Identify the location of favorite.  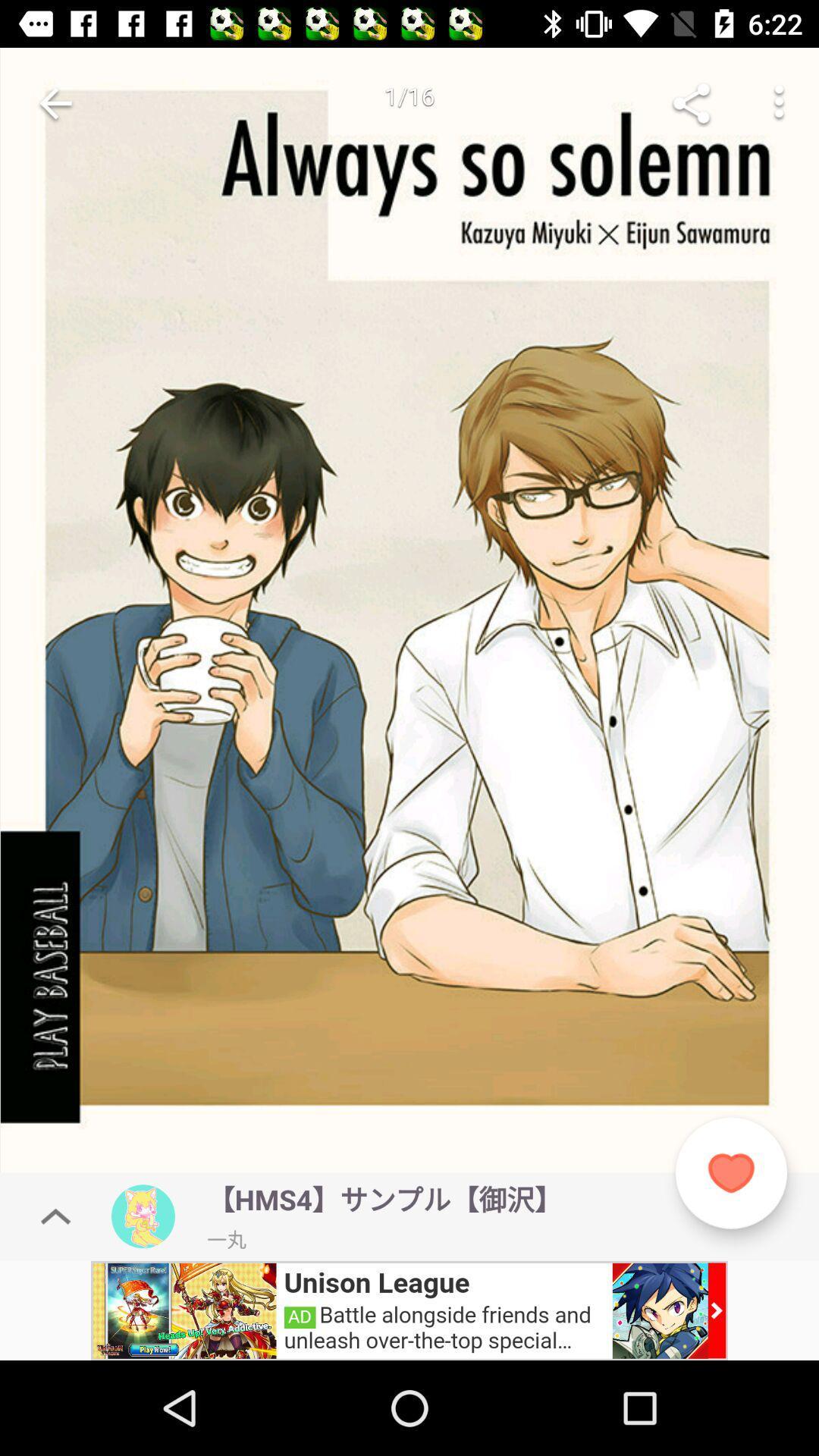
(730, 1172).